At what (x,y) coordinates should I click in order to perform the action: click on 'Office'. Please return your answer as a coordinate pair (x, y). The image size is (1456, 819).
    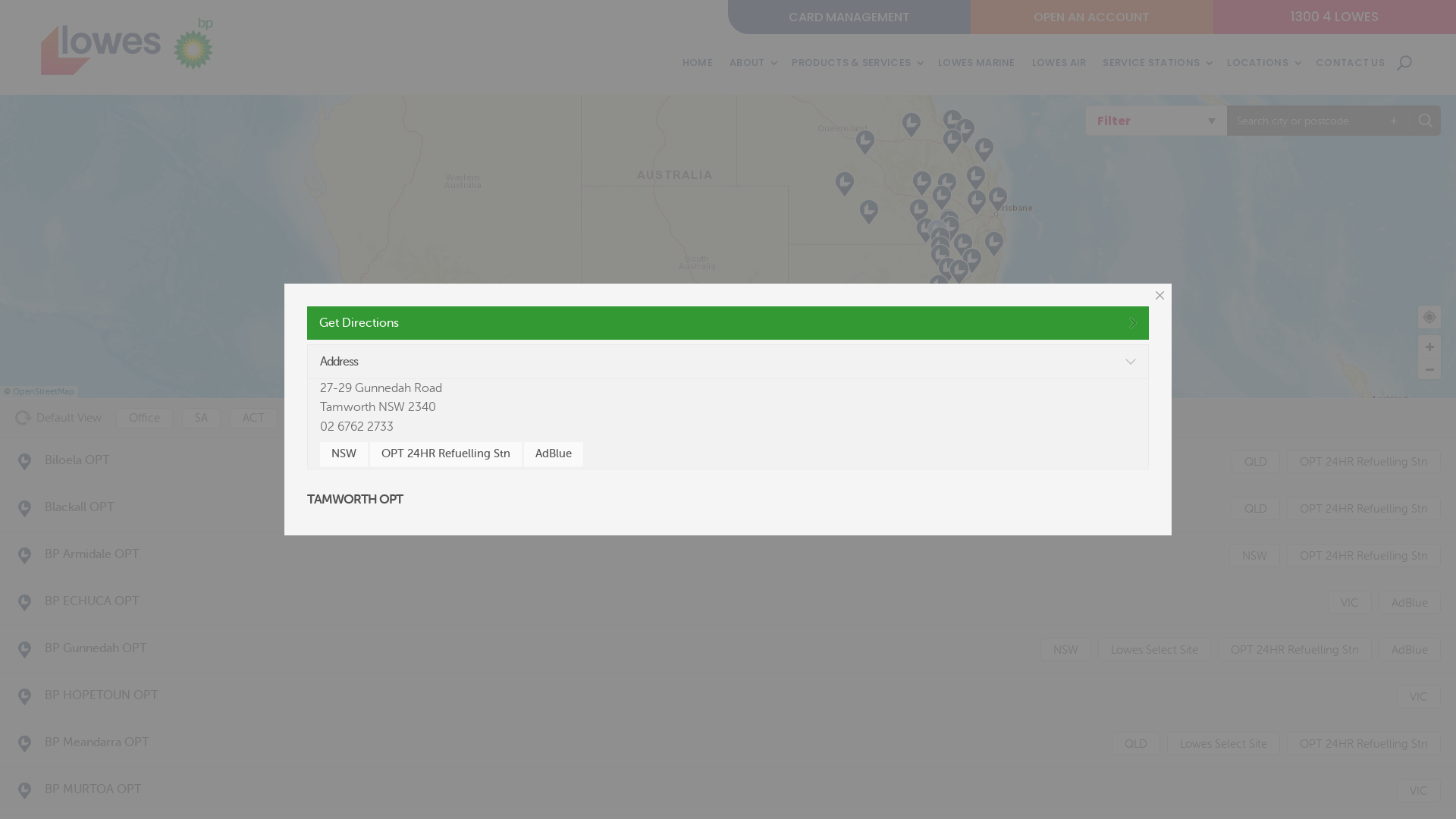
    Looking at the image, I should click on (144, 418).